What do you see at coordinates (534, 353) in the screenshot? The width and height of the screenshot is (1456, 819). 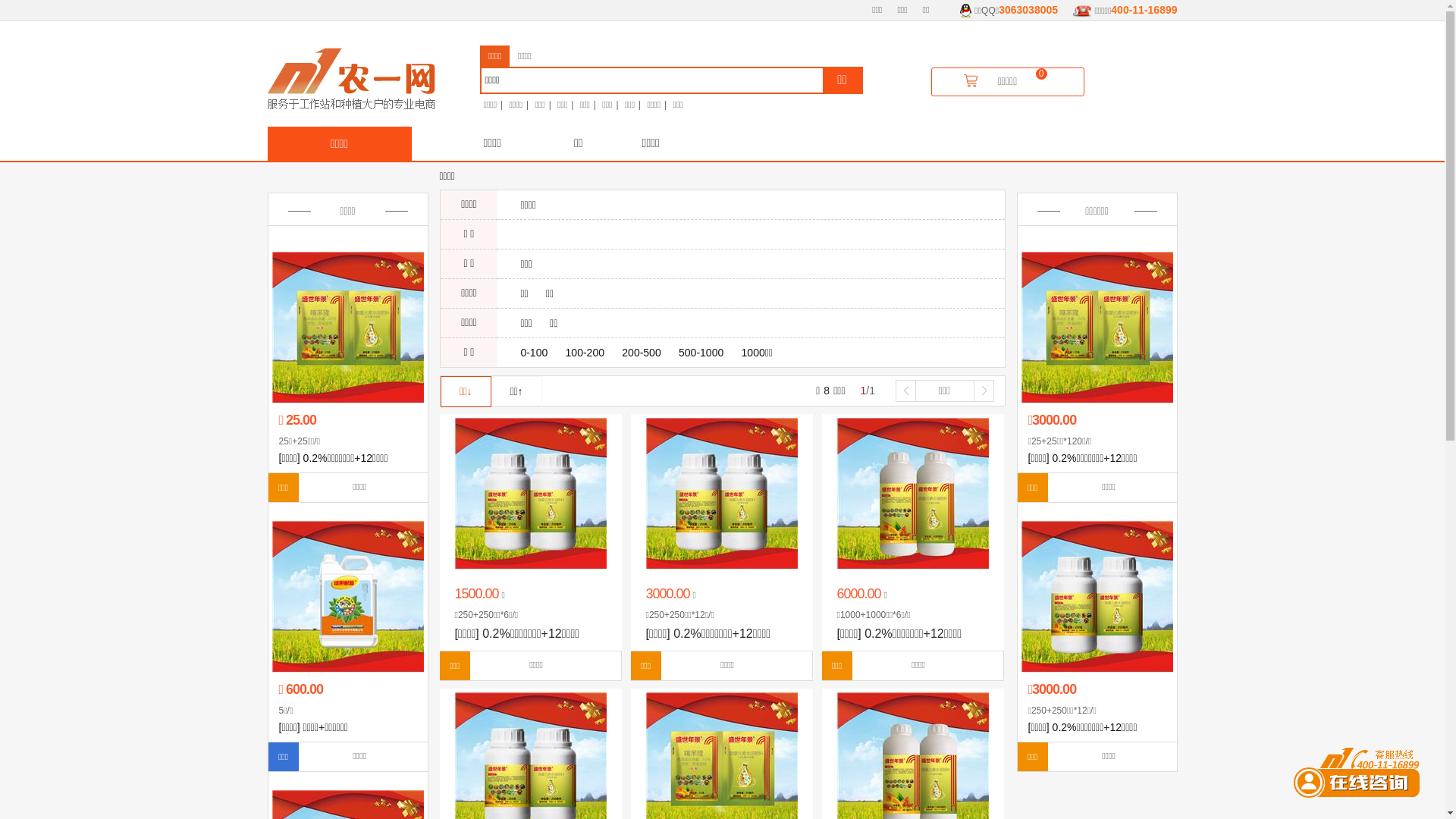 I see `'0-100'` at bounding box center [534, 353].